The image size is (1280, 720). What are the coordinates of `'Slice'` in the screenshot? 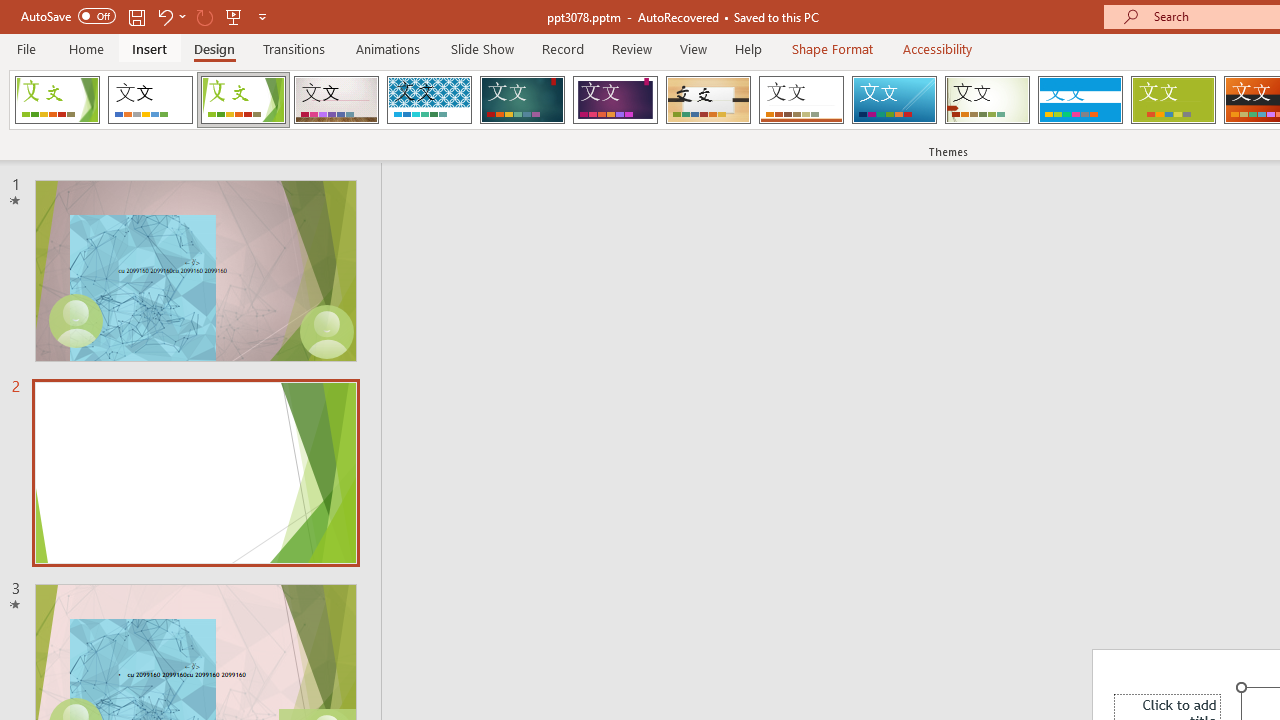 It's located at (893, 100).